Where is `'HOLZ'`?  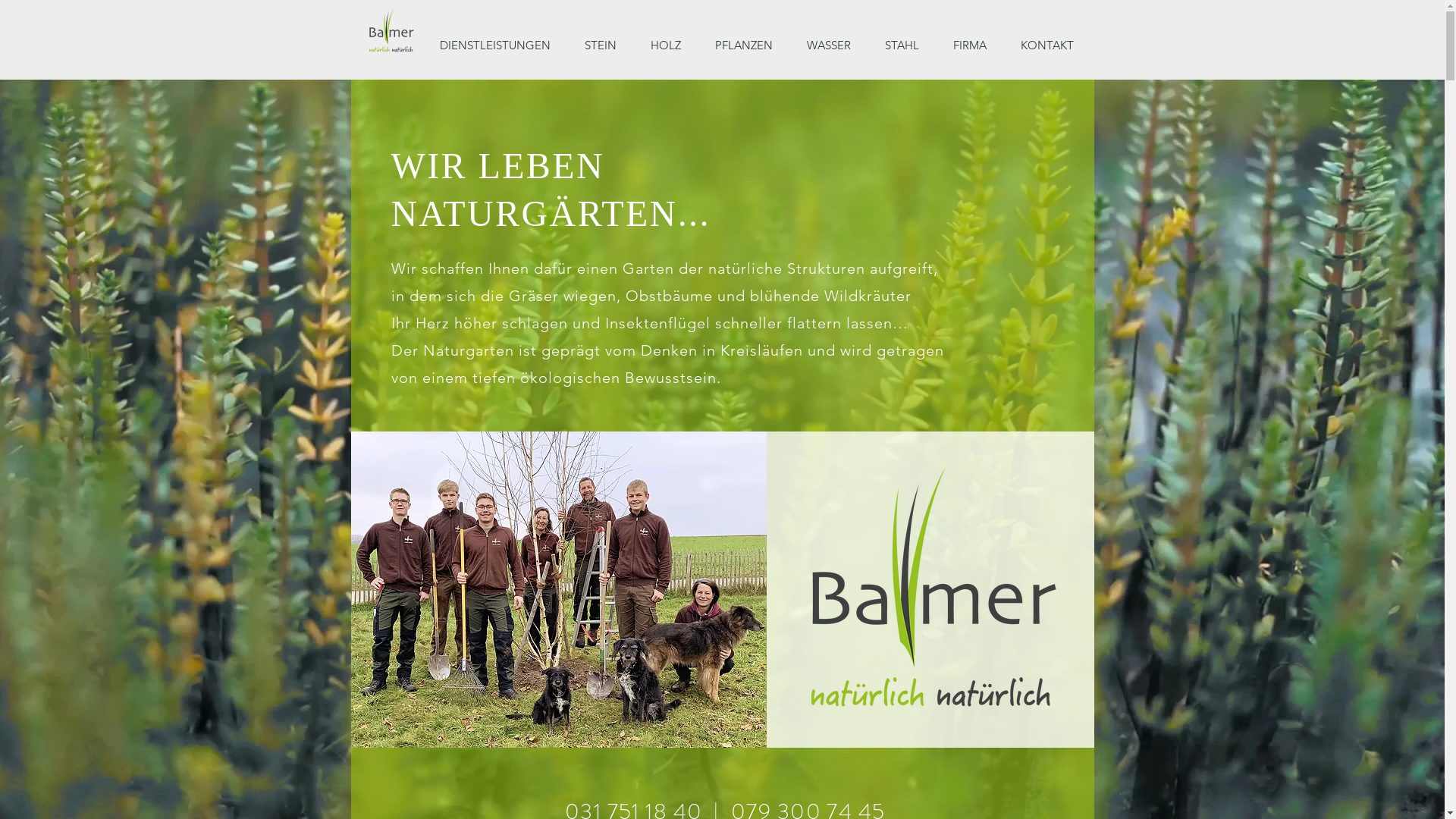
'HOLZ' is located at coordinates (670, 45).